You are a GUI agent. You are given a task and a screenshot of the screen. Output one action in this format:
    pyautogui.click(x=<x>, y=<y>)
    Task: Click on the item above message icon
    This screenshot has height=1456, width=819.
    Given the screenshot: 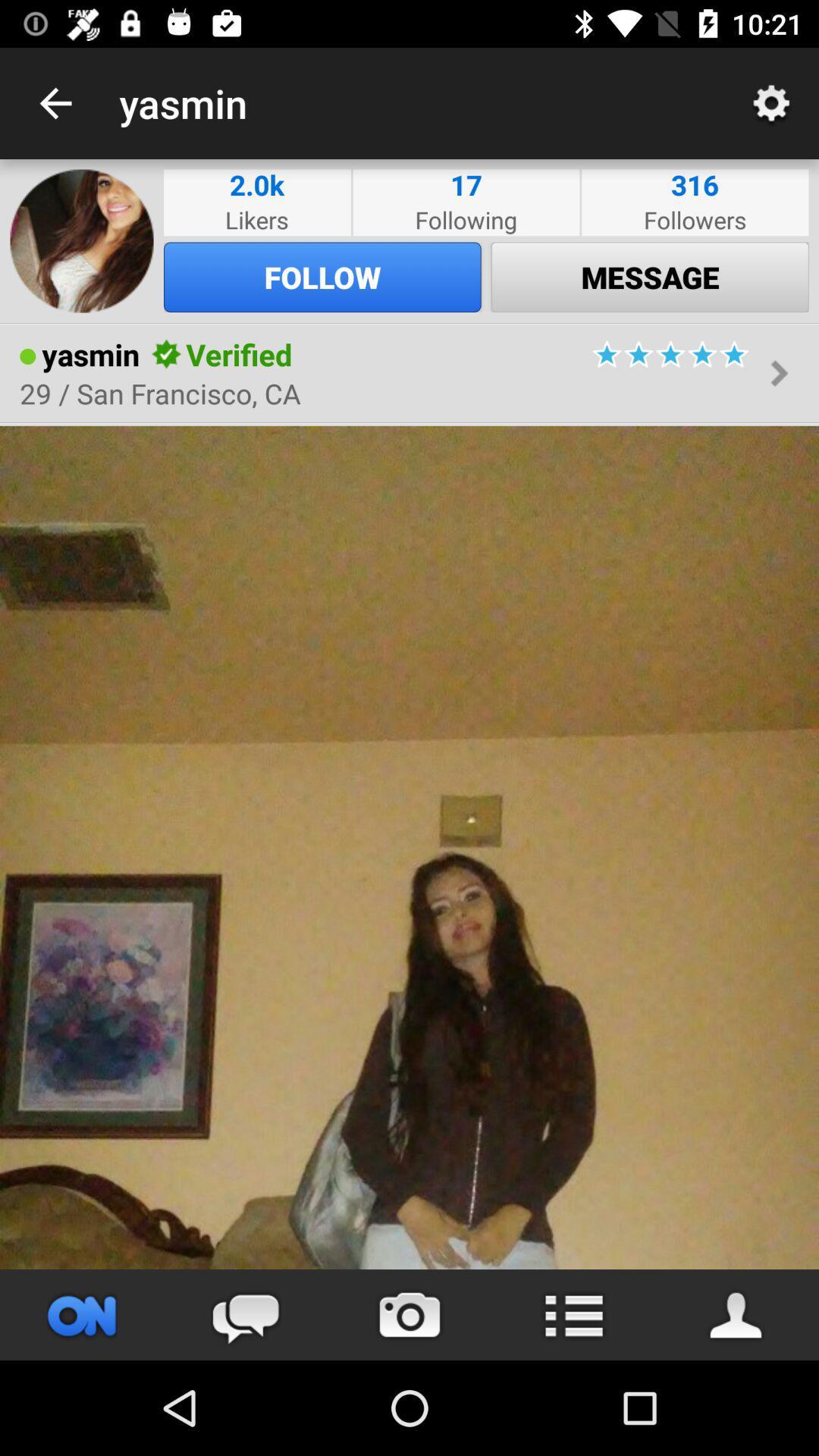 What is the action you would take?
    pyautogui.click(x=695, y=218)
    